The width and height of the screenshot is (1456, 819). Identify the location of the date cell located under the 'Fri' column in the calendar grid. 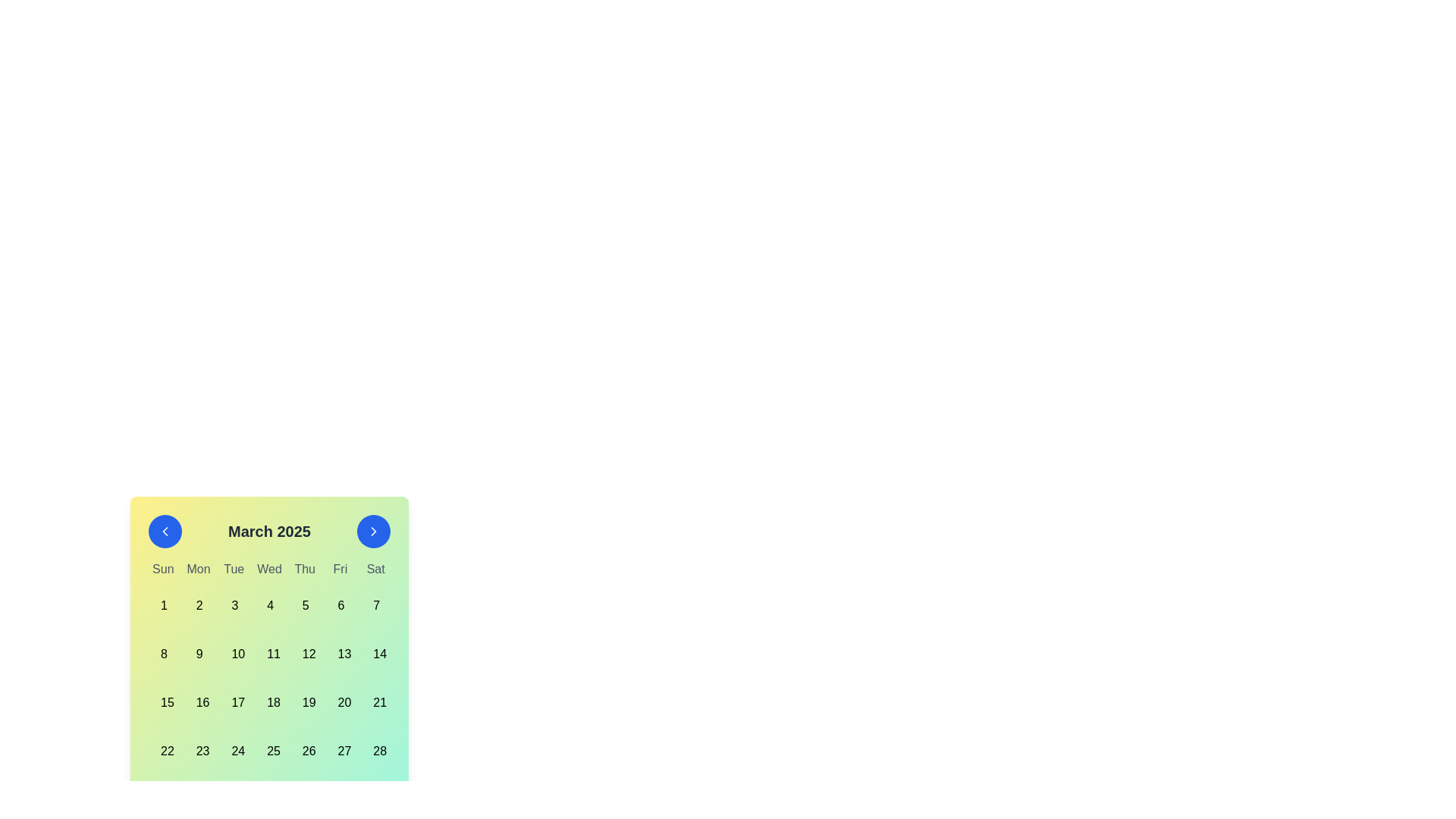
(339, 604).